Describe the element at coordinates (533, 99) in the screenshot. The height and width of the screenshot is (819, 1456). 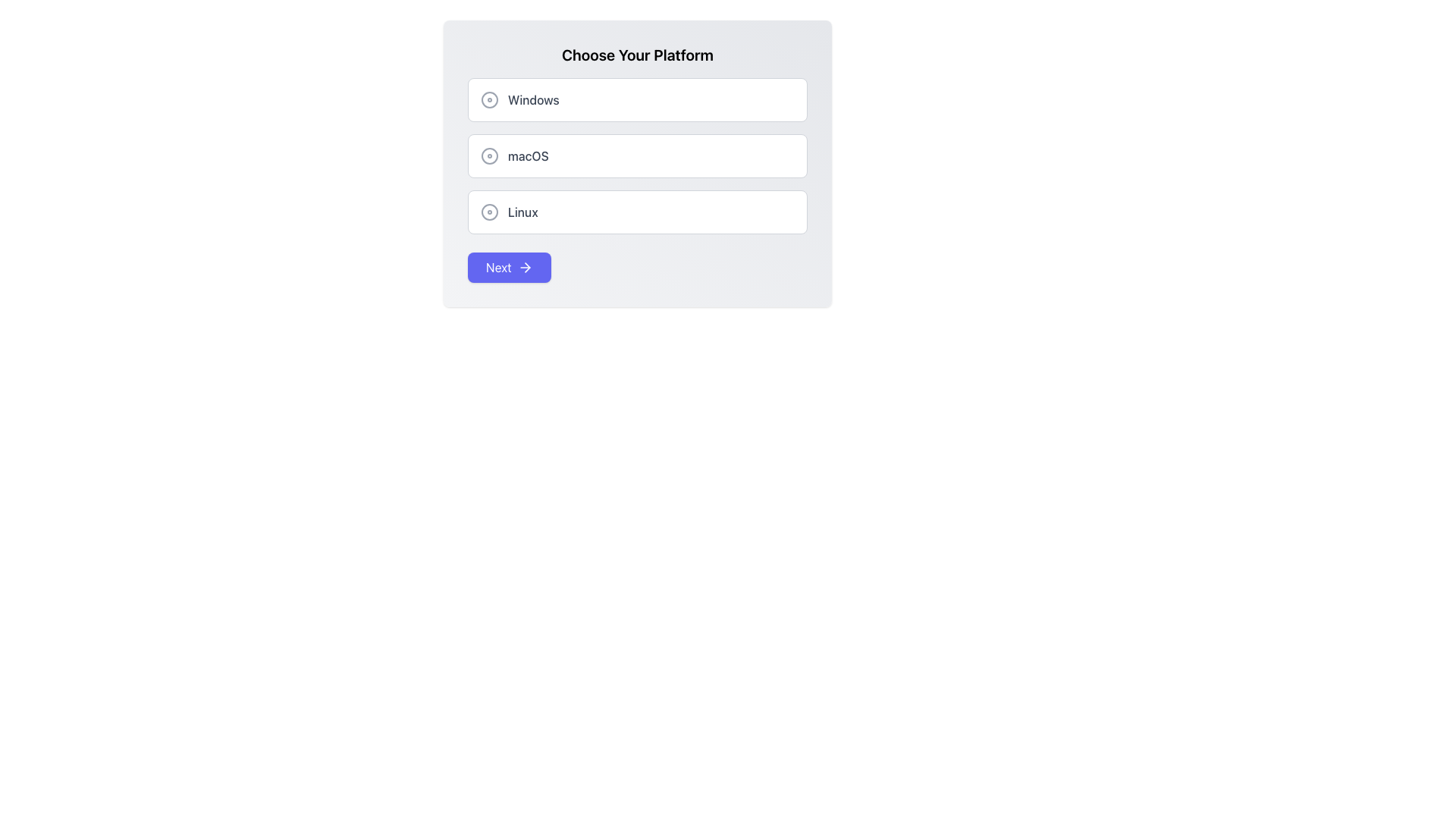
I see `text of the label displaying 'Windows' which is styled with a medium font weight and gray color, located in the first option of the 'Choose Your Platform' list, to the right of a circular icon` at that location.